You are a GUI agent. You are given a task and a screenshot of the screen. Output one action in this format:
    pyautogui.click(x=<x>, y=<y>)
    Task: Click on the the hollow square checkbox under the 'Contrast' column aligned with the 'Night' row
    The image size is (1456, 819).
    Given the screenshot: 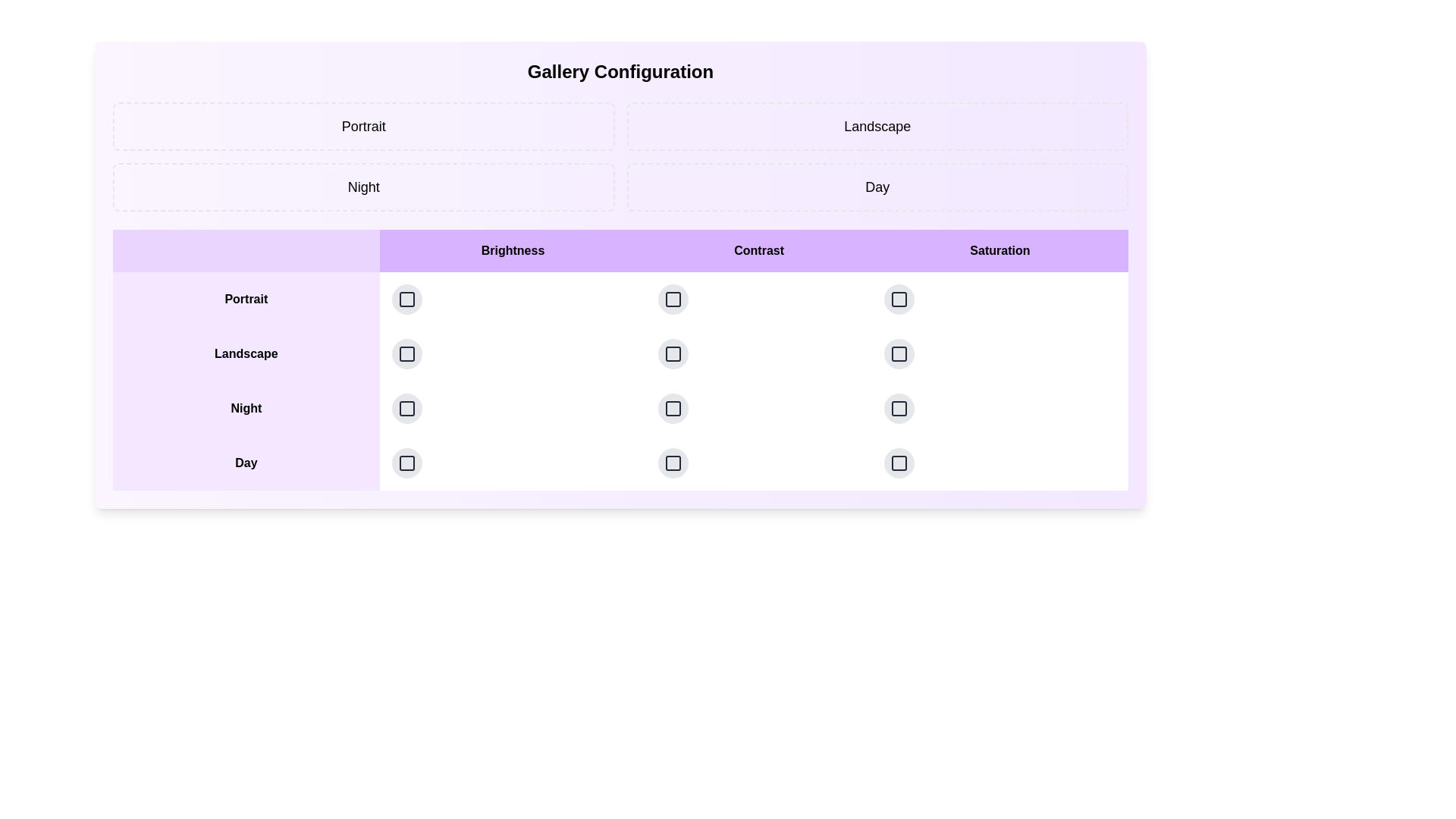 What is the action you would take?
    pyautogui.click(x=673, y=408)
    